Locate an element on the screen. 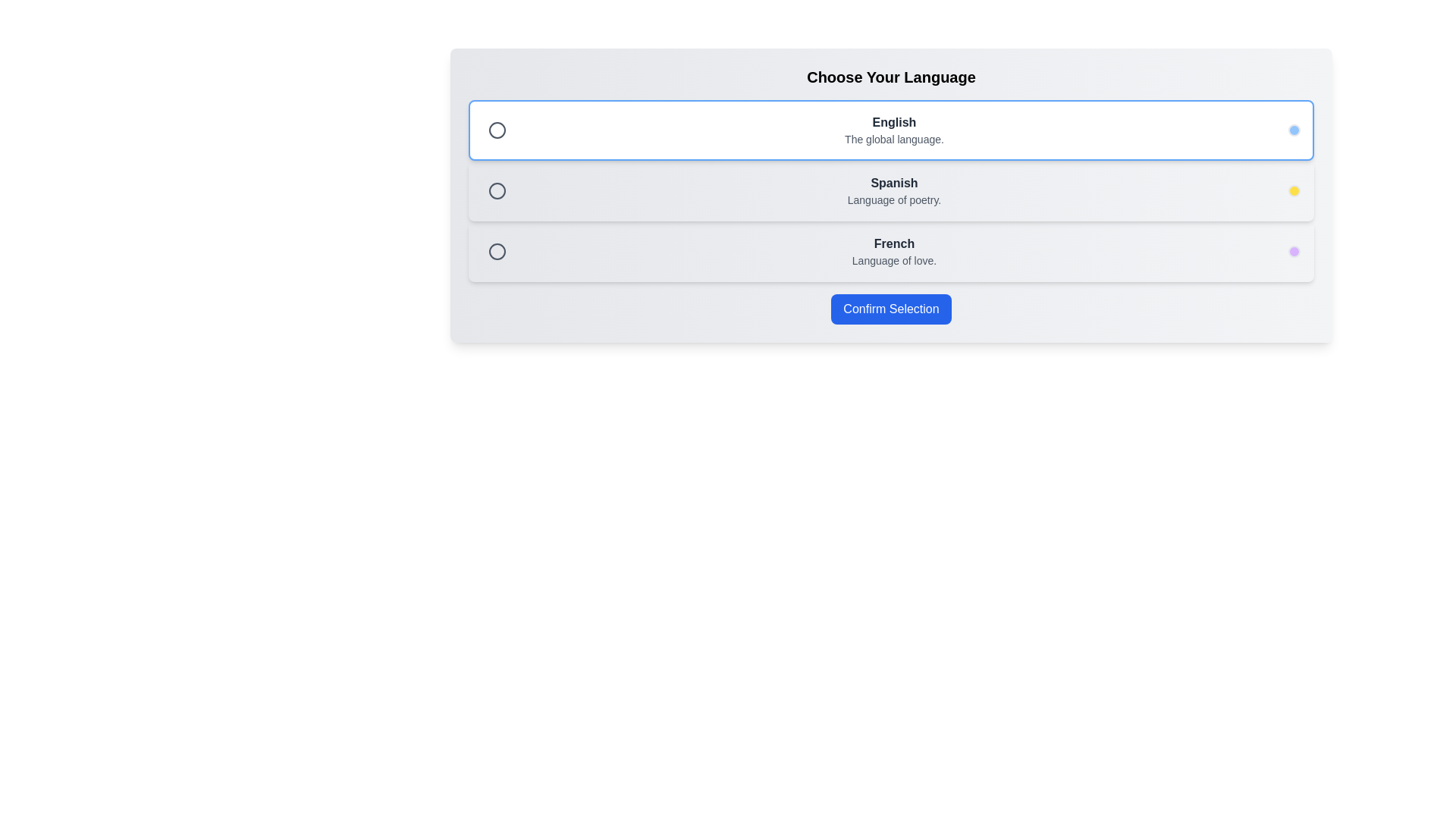 The image size is (1456, 819). the text label indicating the language selection option for 'Spanish', which is positioned above the 'Language of poetry.' description is located at coordinates (894, 183).